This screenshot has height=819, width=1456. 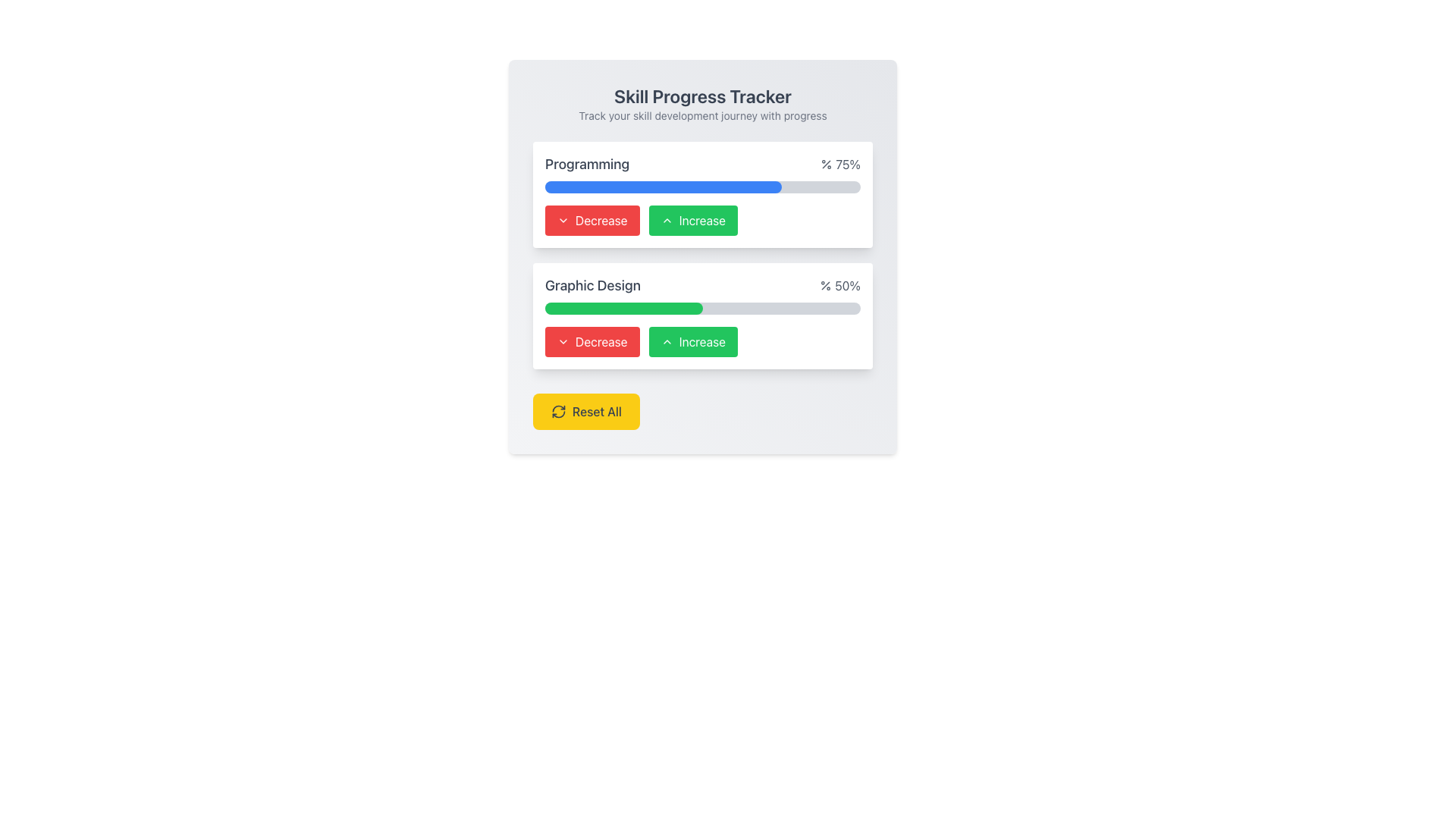 What do you see at coordinates (692, 220) in the screenshot?
I see `the green 'Increase' button with white text and an upward chevron icon to increase a value` at bounding box center [692, 220].